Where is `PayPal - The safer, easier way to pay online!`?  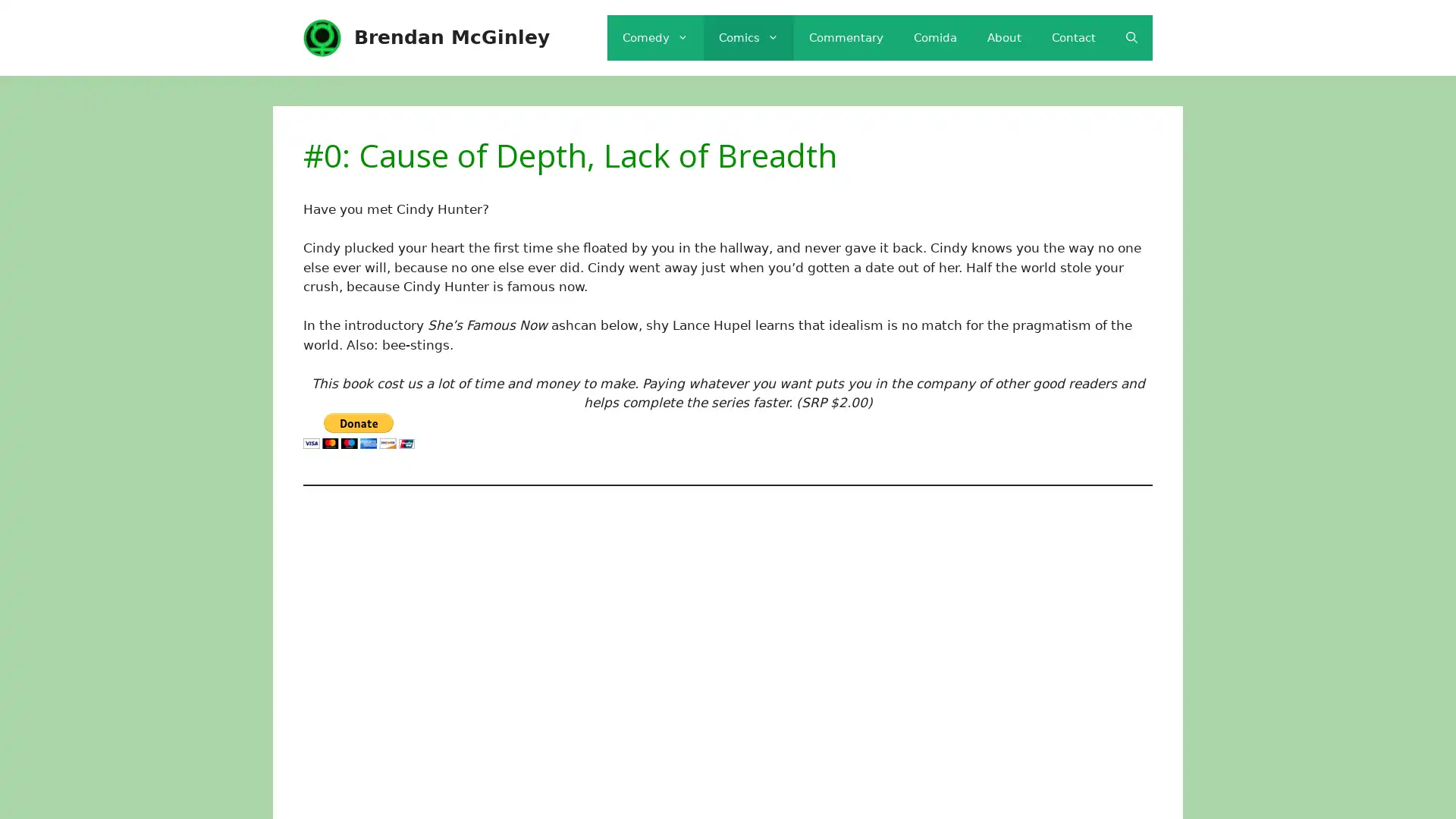 PayPal - The safer, easier way to pay online! is located at coordinates (358, 430).